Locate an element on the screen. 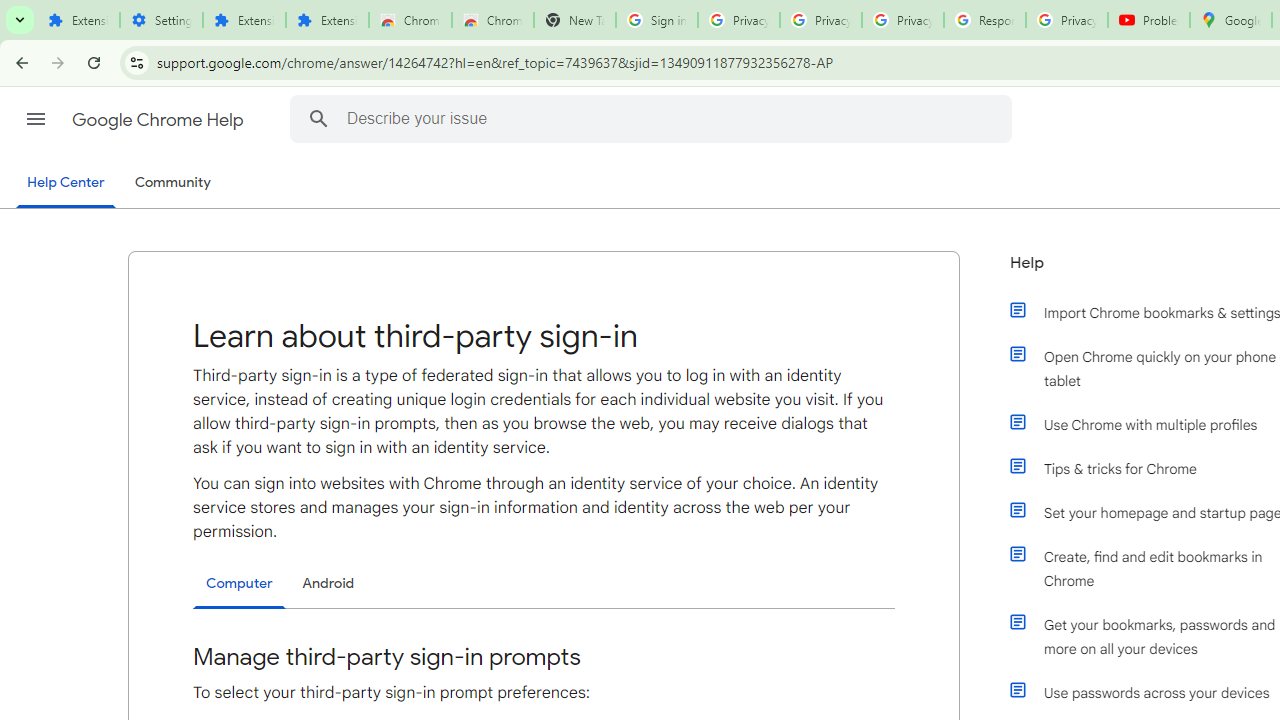 The height and width of the screenshot is (720, 1280). 'Chrome Web Store' is located at coordinates (409, 20).